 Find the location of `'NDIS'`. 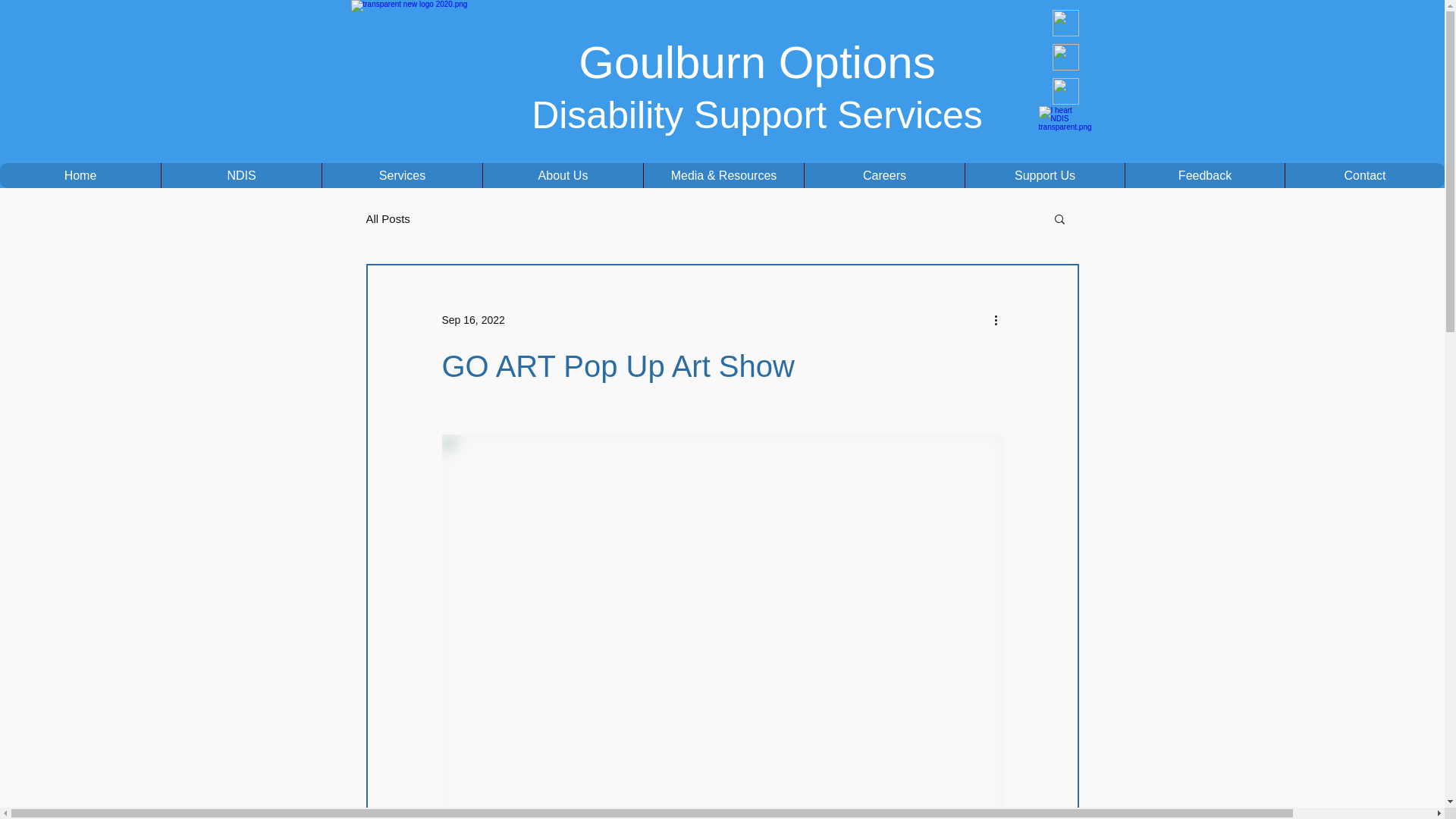

'NDIS' is located at coordinates (240, 174).